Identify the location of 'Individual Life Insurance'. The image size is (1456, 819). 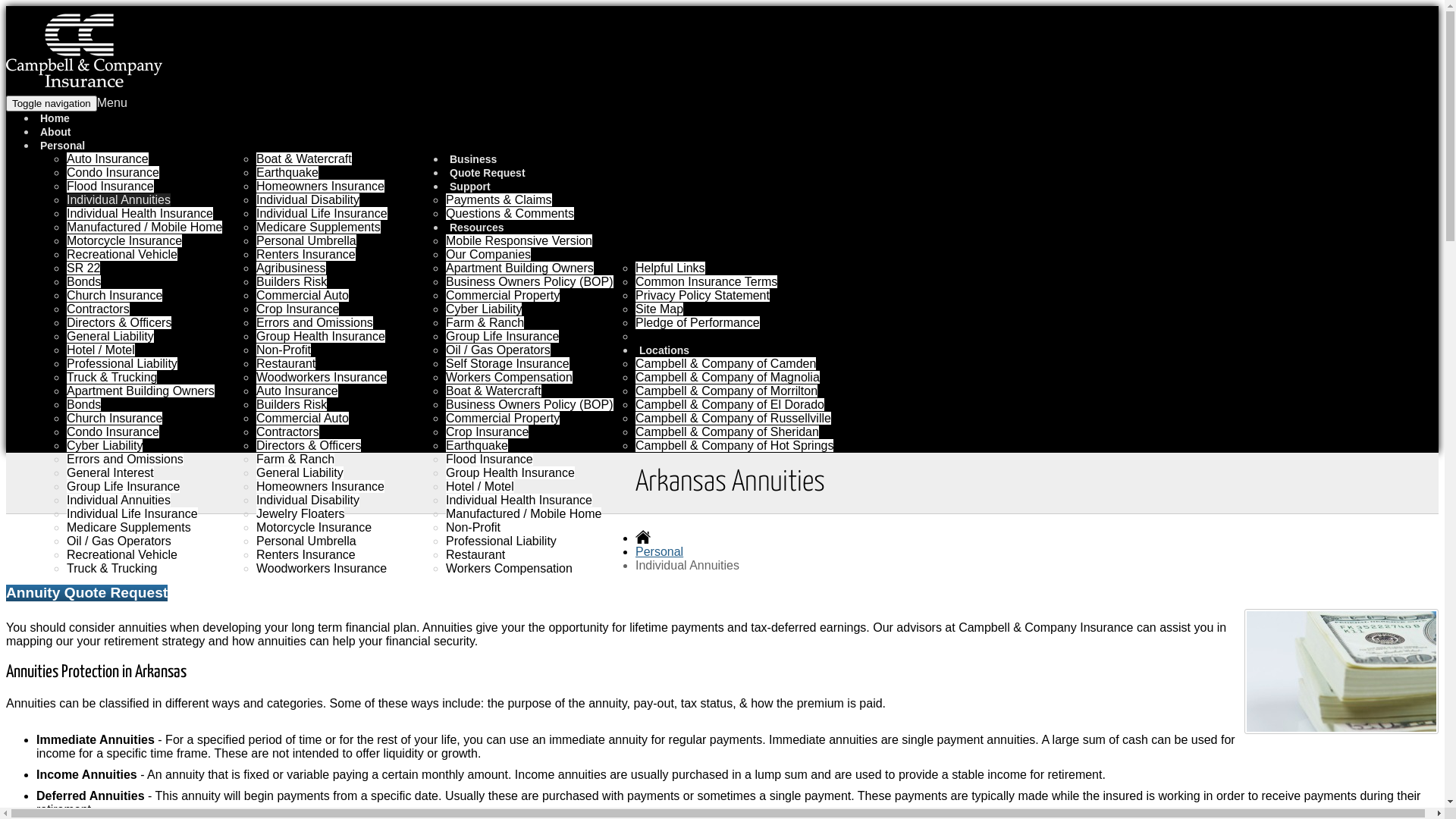
(132, 513).